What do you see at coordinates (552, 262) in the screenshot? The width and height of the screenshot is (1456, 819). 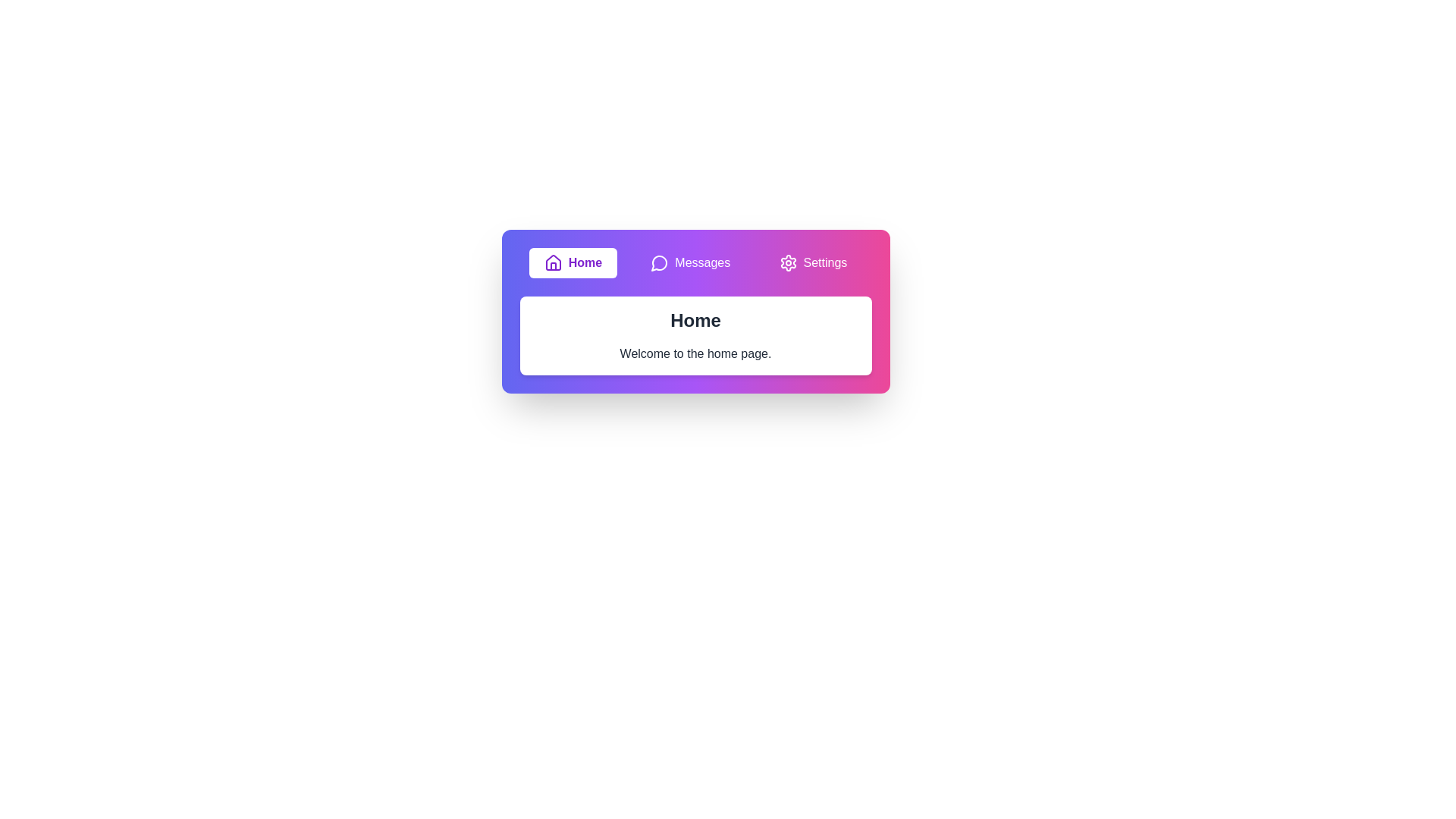 I see `the house-shaped icon with a purple outline located in the Home button of the top navigation menu` at bounding box center [552, 262].